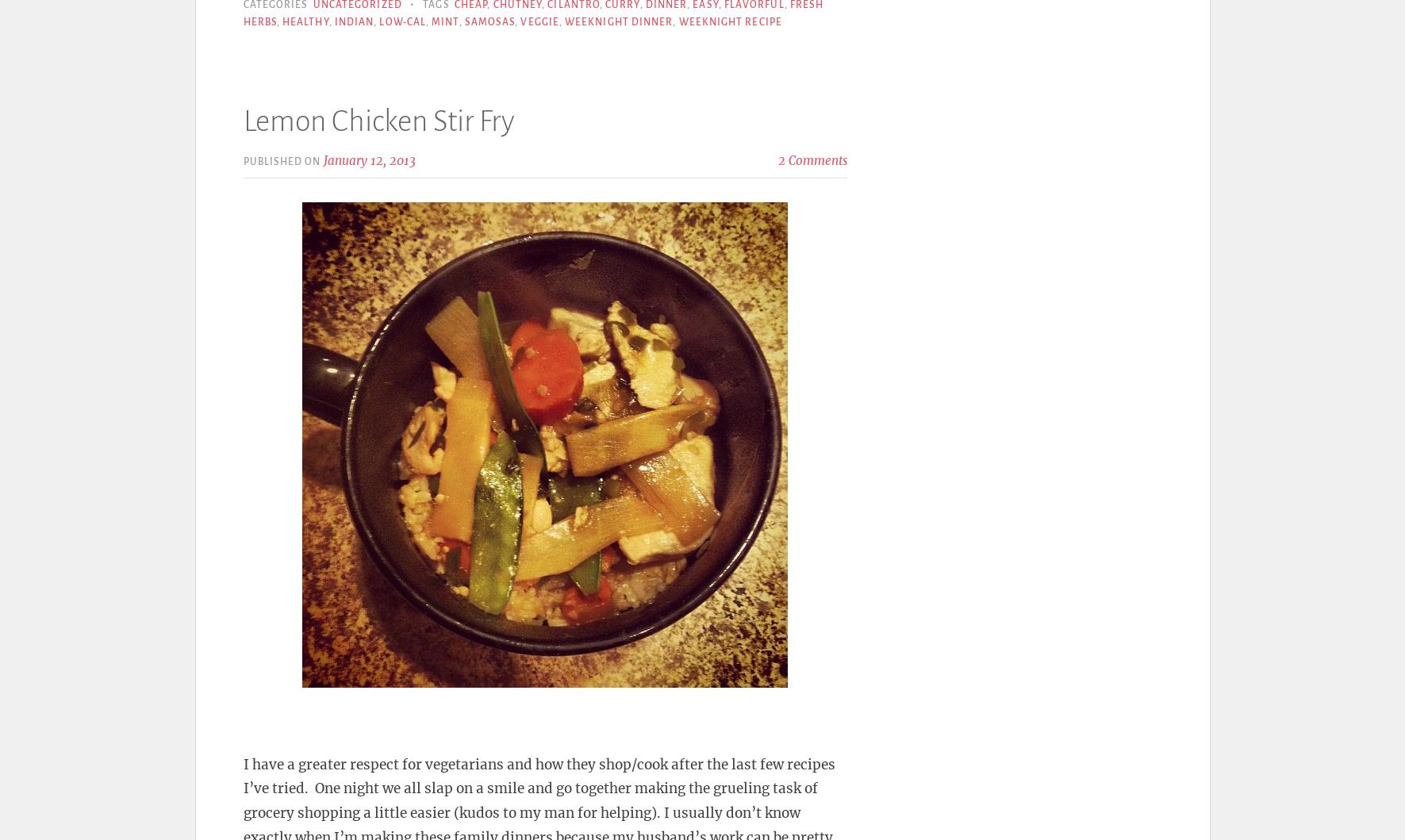 The width and height of the screenshot is (1405, 840). I want to click on 'Indian', so click(333, 21).